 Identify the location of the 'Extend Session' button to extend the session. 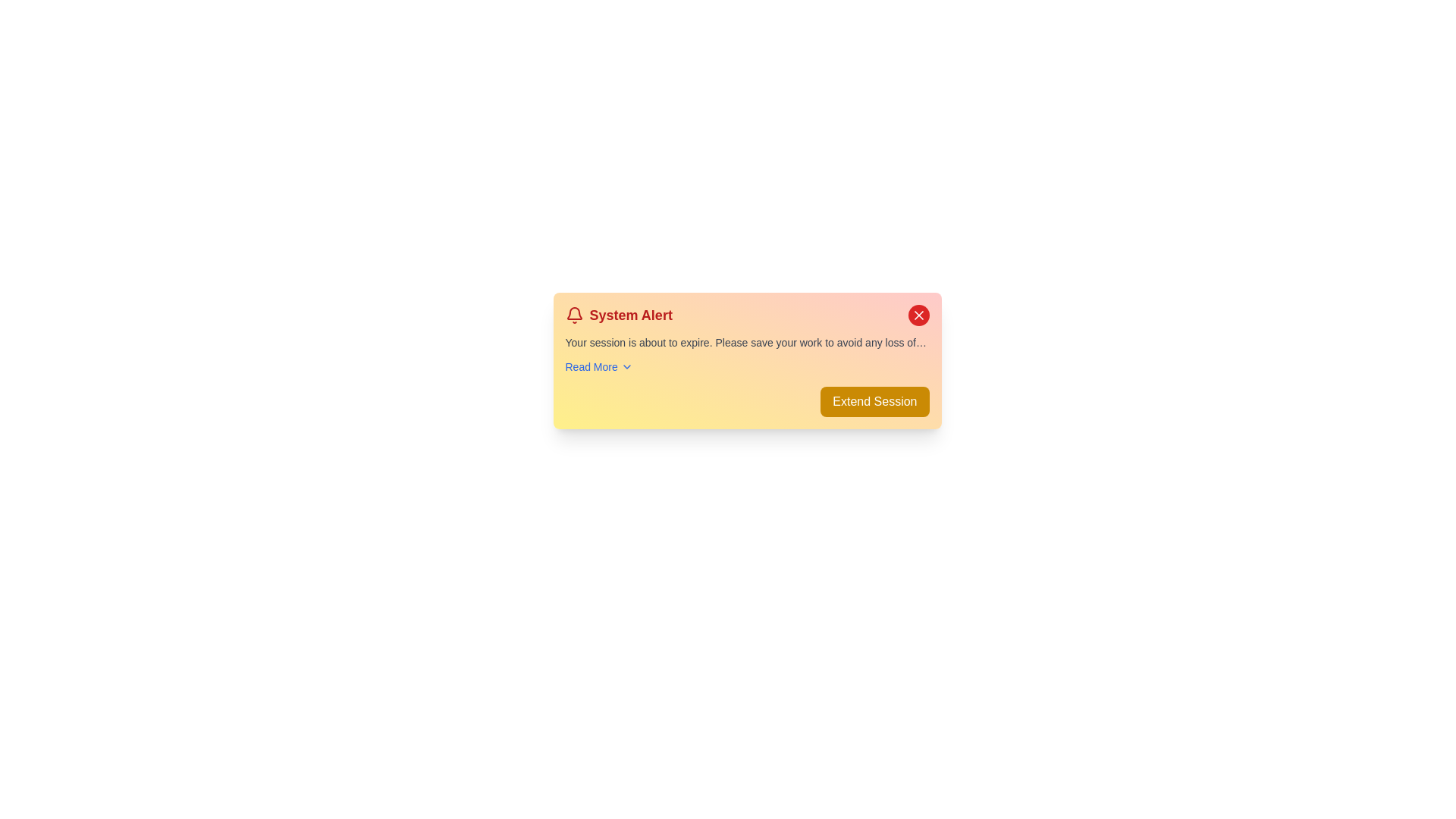
(874, 400).